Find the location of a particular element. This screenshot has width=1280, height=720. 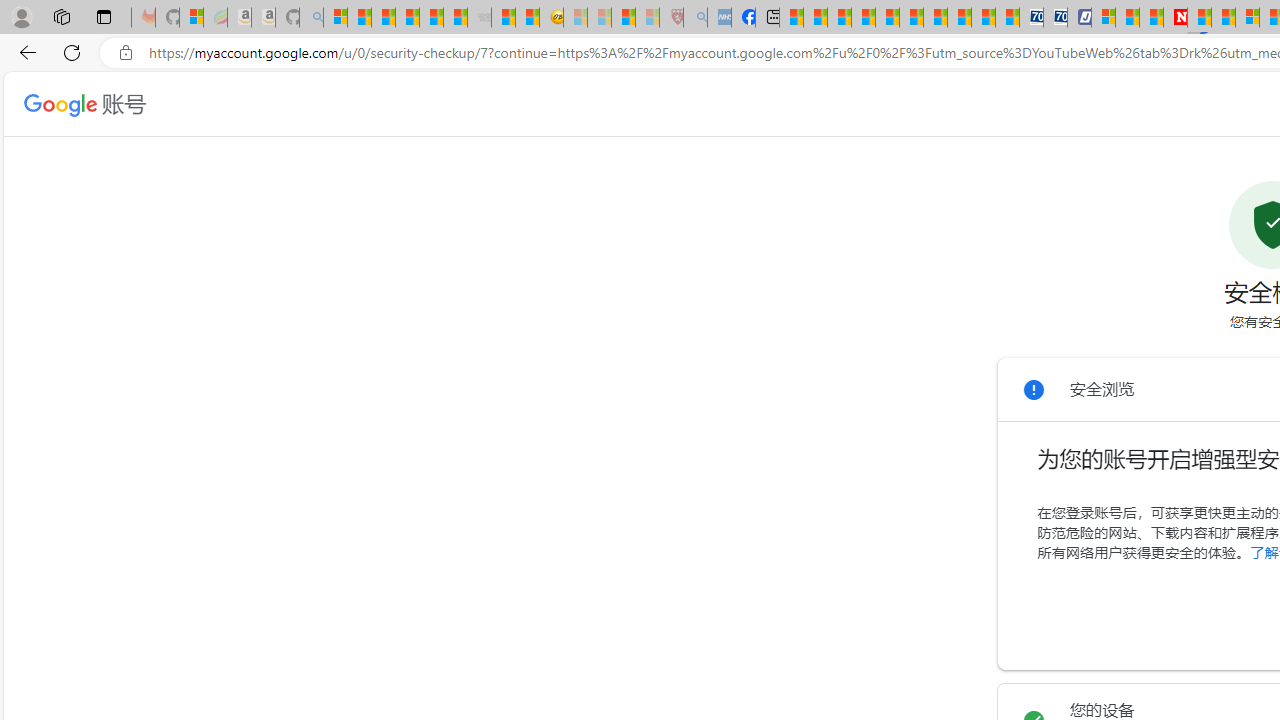

'Newsweek - News, Analysis, Politics, Business, Technology' is located at coordinates (1175, 17).